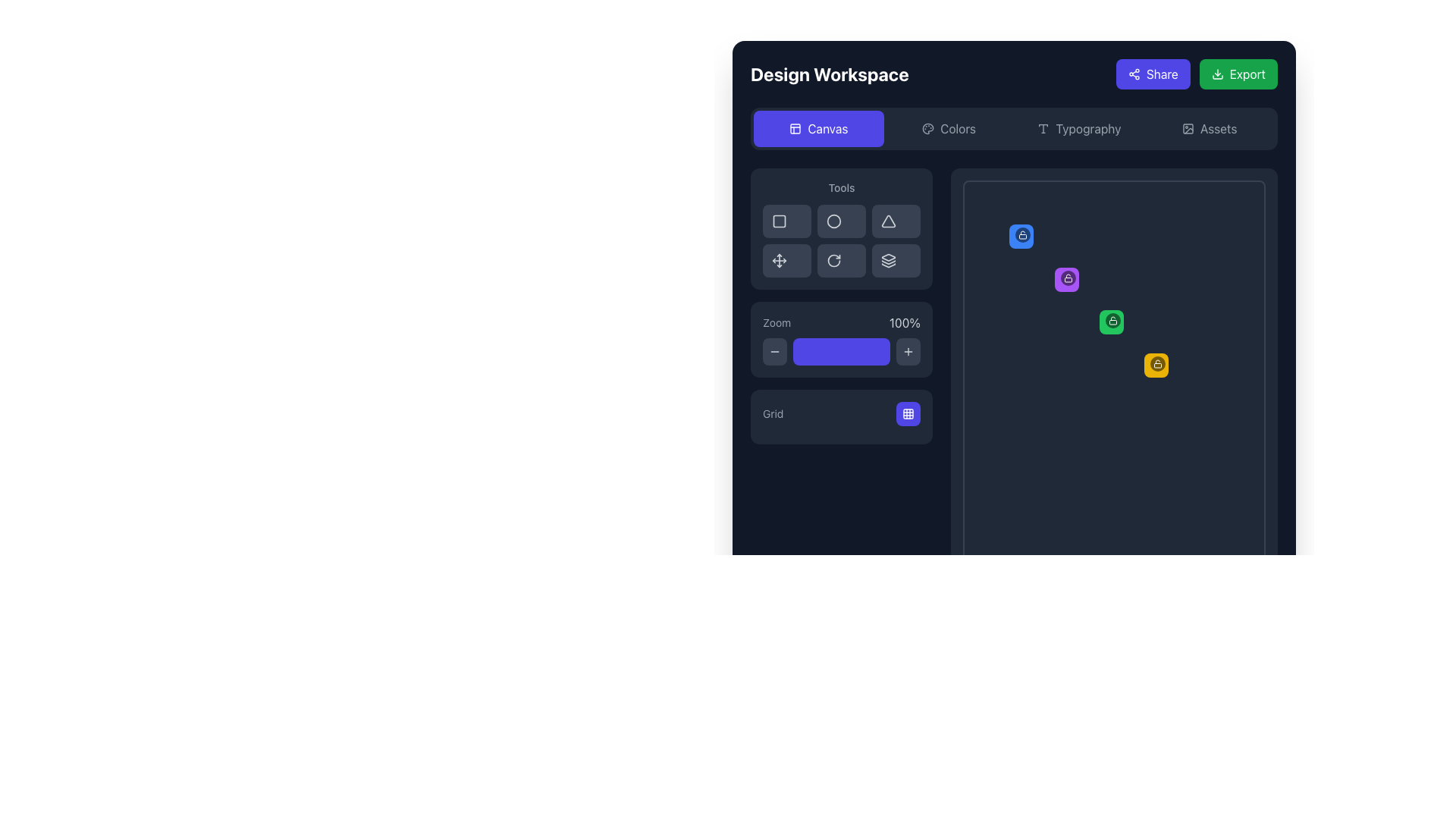  I want to click on the green, square-shaped button with rounded edges and a white lock icon in the center, so click(1111, 322).